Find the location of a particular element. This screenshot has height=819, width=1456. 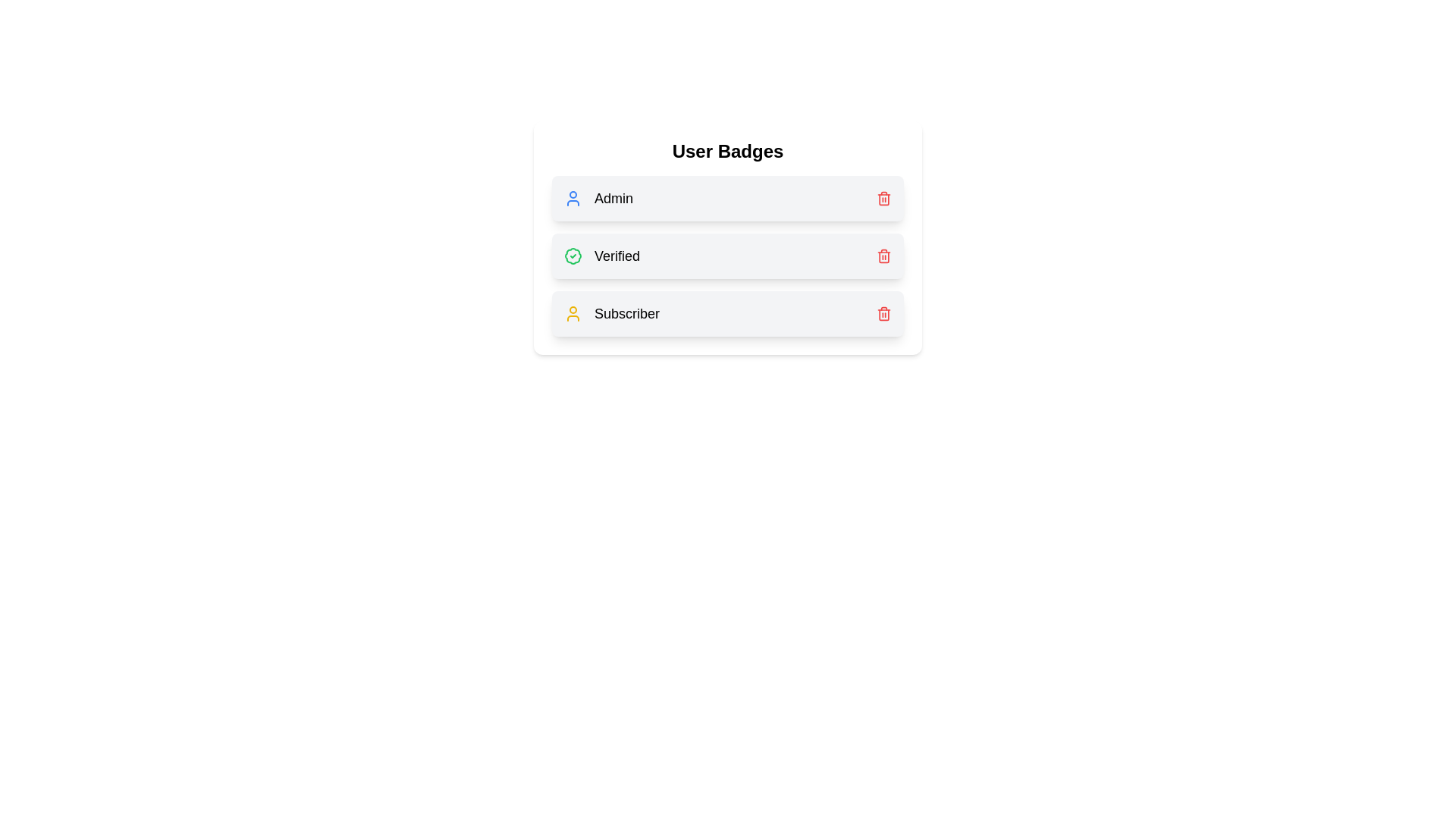

the badge row corresponding to Subscriber is located at coordinates (728, 312).